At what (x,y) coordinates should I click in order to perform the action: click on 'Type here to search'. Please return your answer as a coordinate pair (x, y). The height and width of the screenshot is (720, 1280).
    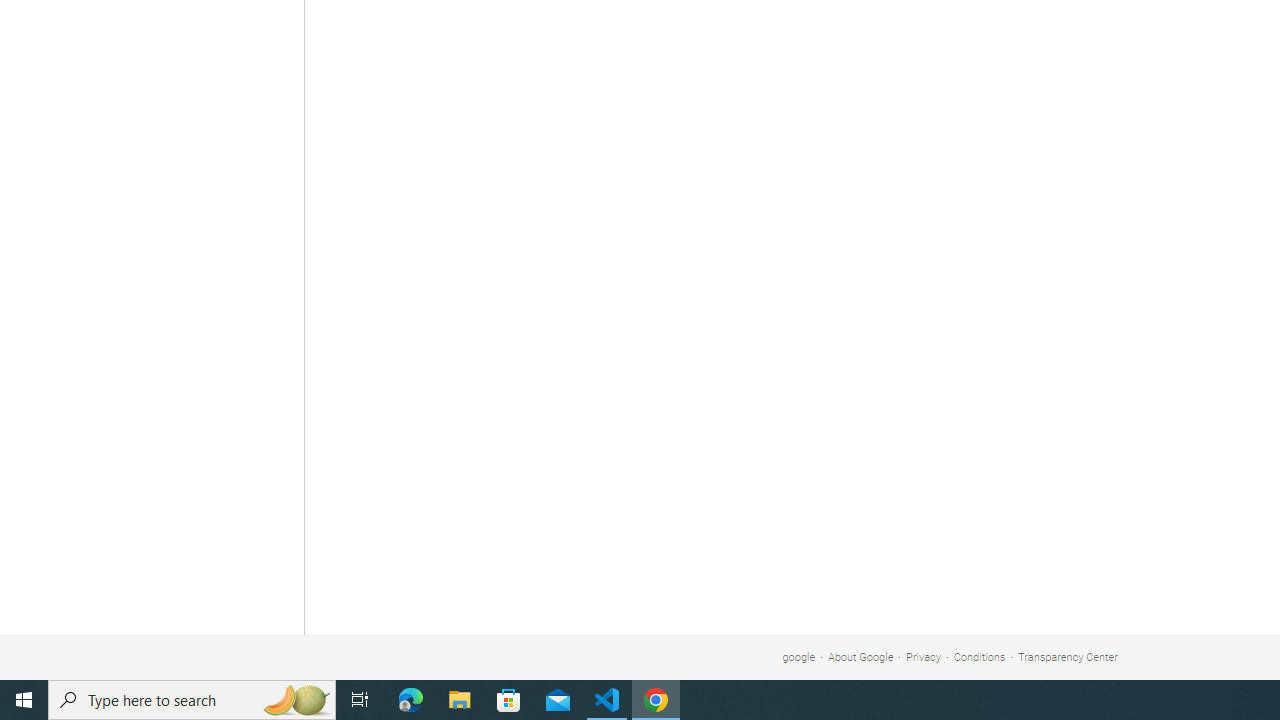
    Looking at the image, I should click on (192, 698).